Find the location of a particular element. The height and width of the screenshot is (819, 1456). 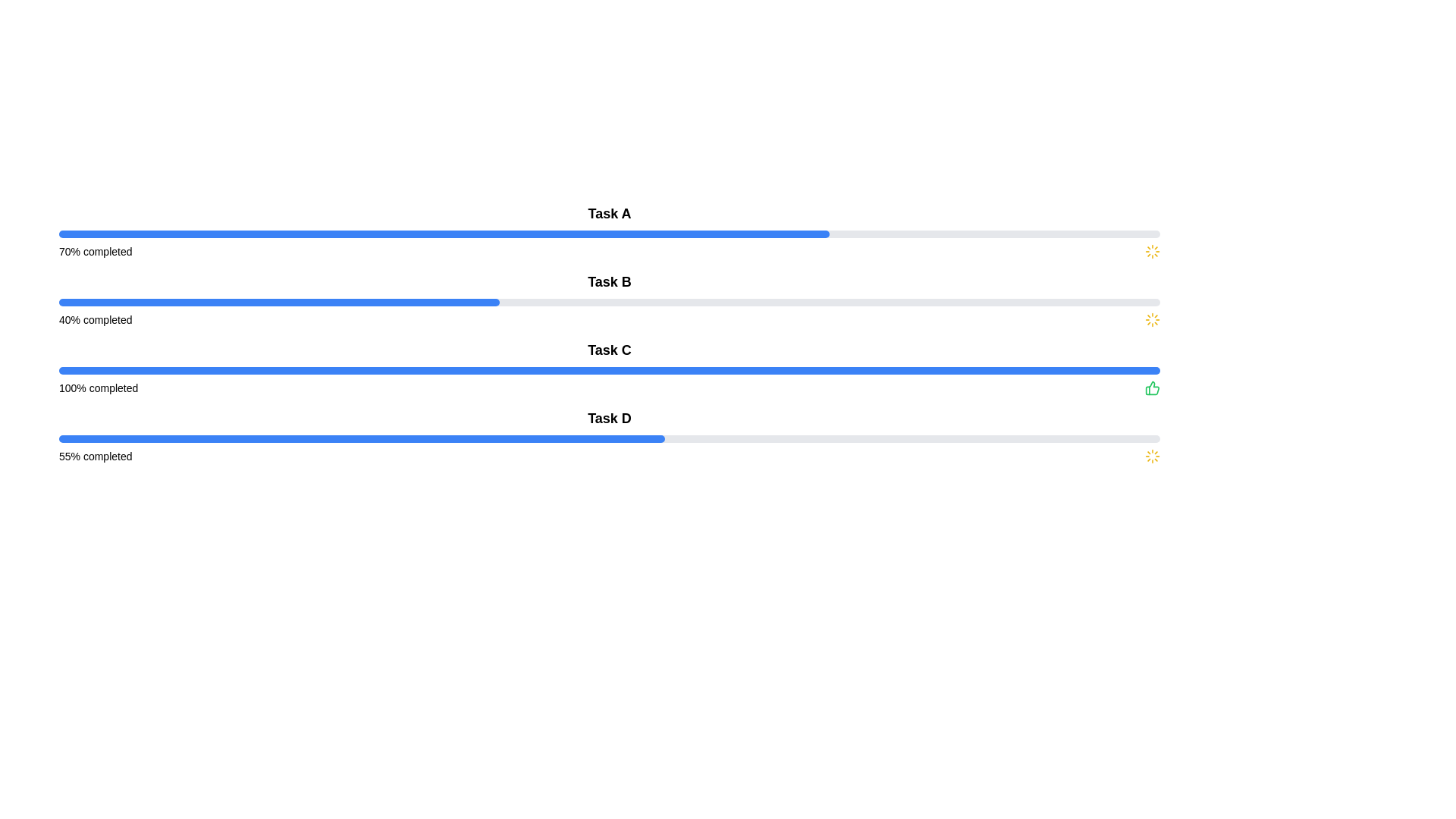

the progress visually of the first progress bar indicating 'Task A' completion at 70% is located at coordinates (610, 231).